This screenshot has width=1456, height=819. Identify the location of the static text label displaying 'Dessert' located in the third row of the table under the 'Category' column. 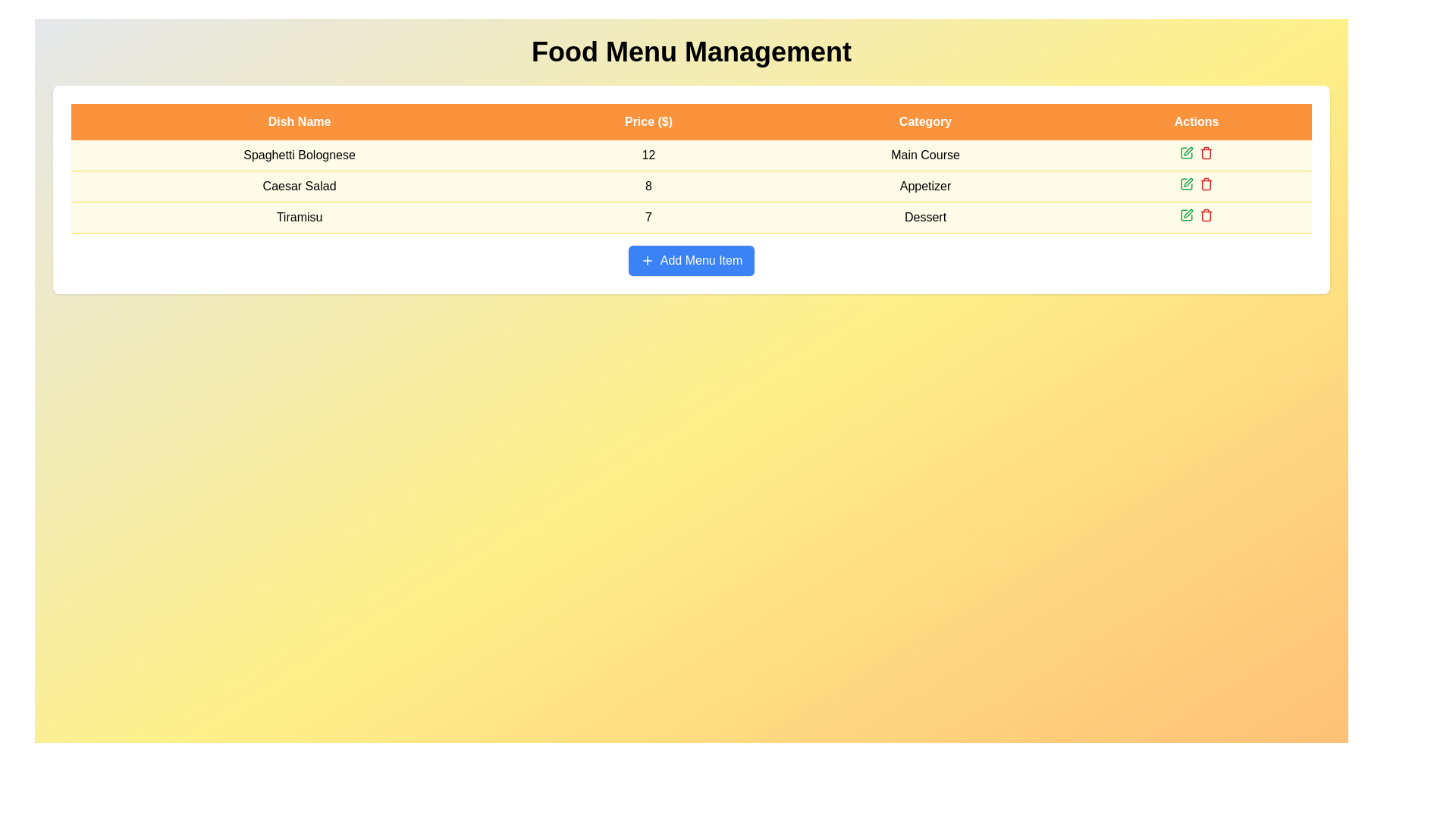
(924, 217).